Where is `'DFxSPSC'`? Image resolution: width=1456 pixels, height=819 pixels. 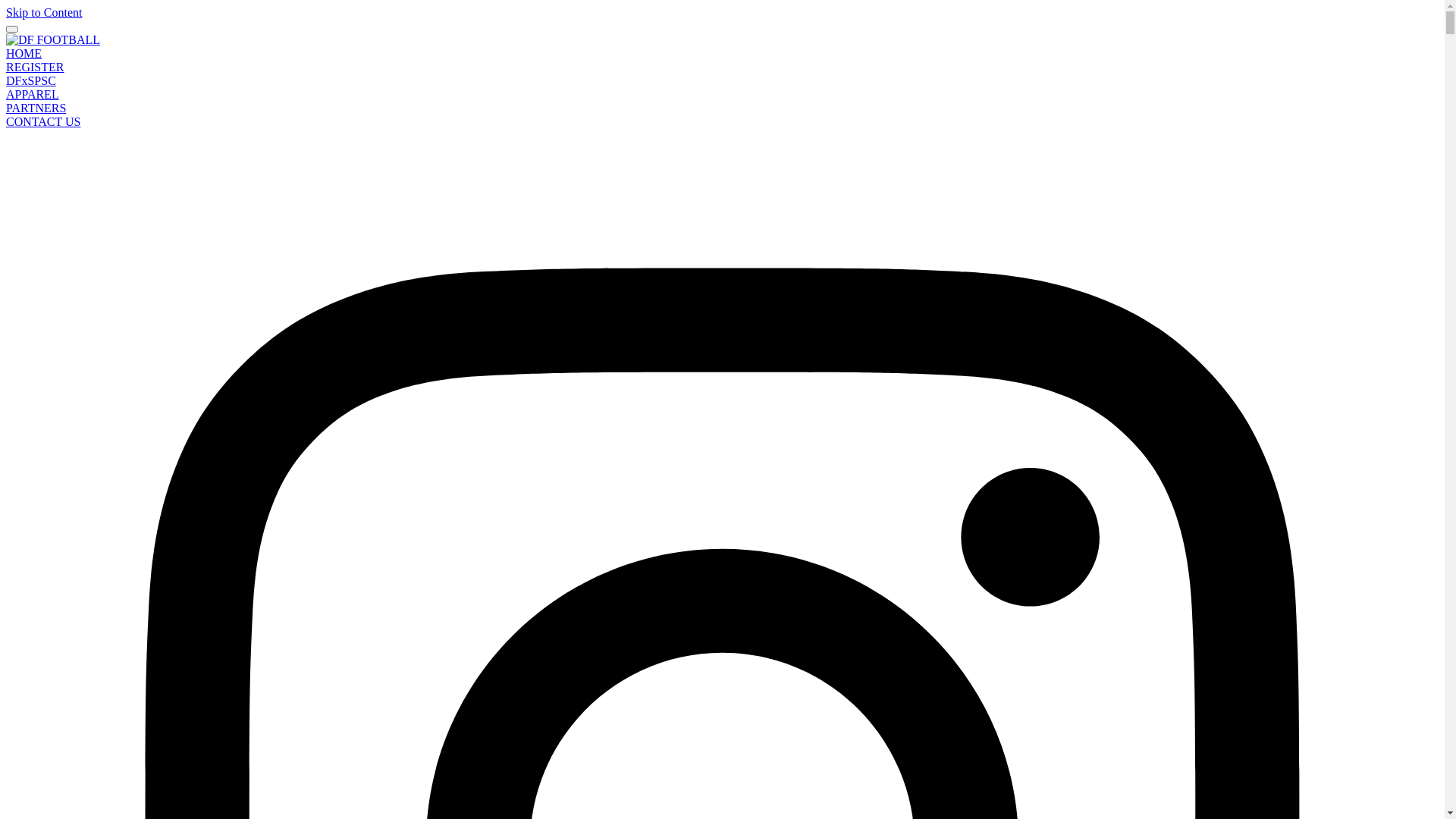
'DFxSPSC' is located at coordinates (31, 80).